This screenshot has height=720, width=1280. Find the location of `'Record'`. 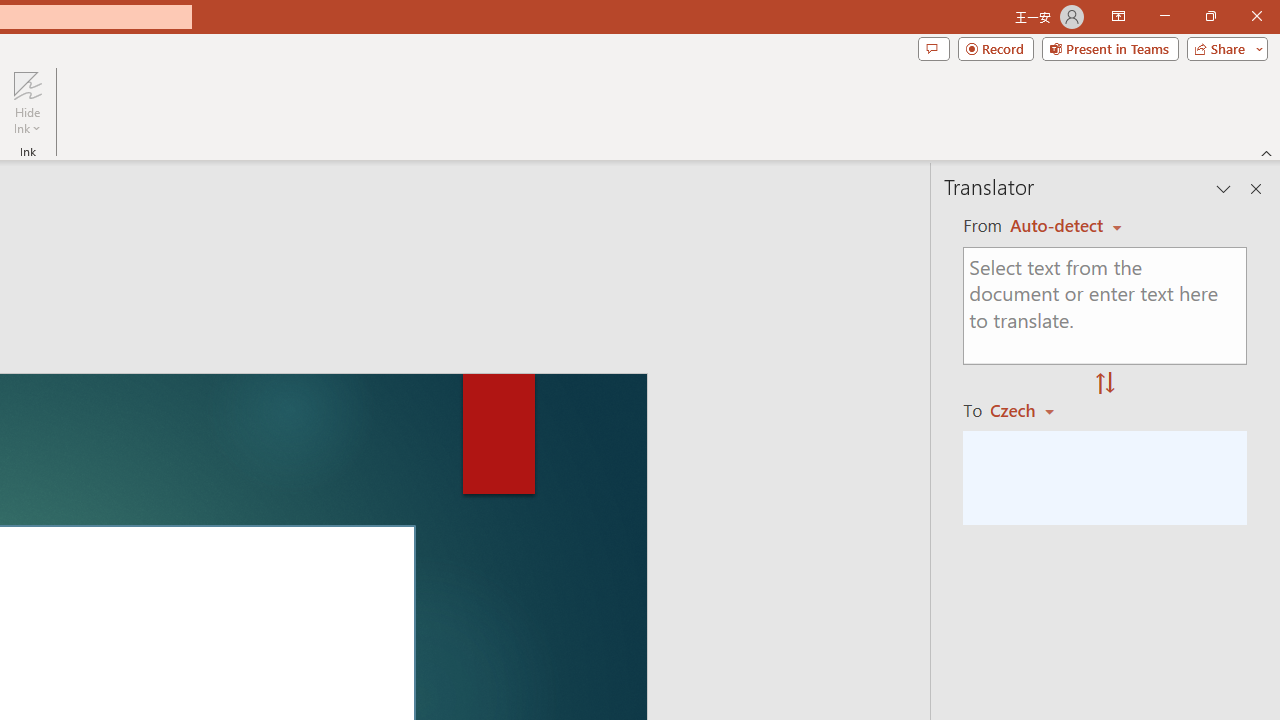

'Record' is located at coordinates (995, 47).